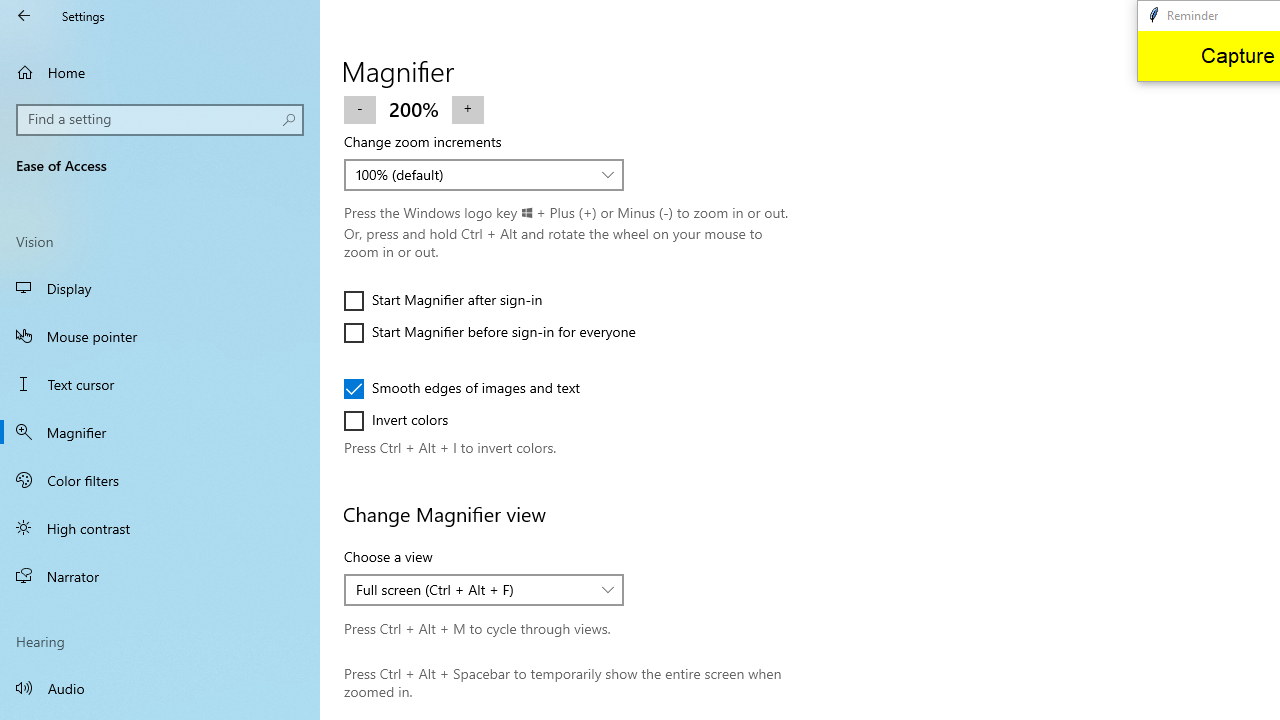 This screenshot has height=720, width=1280. Describe the element at coordinates (472, 173) in the screenshot. I see `'100% (default)'` at that location.